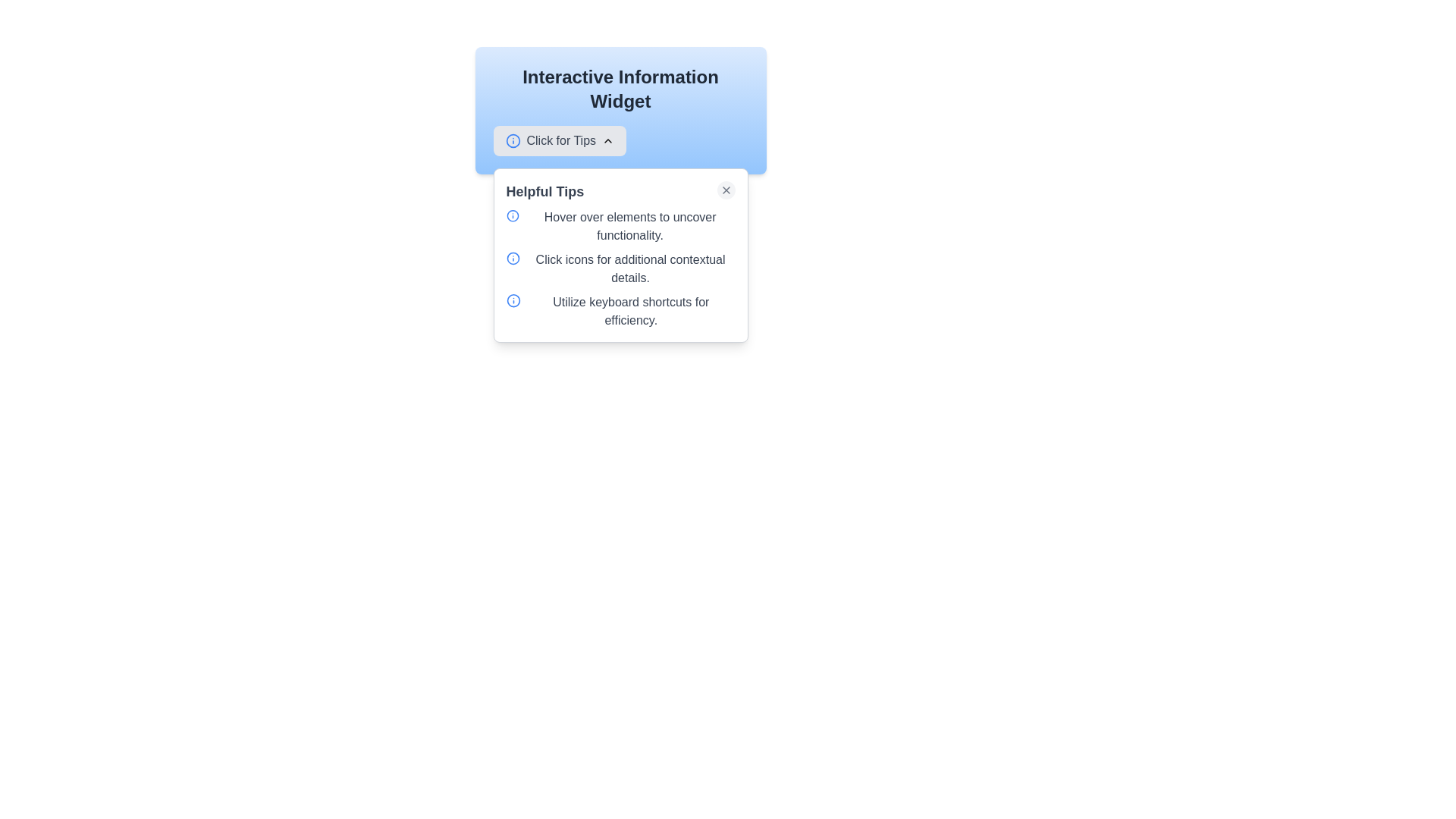 The height and width of the screenshot is (819, 1456). Describe the element at coordinates (620, 227) in the screenshot. I see `the first informational tip in the 'Helpful Tips' section, which instructs users to hover over elements` at that location.